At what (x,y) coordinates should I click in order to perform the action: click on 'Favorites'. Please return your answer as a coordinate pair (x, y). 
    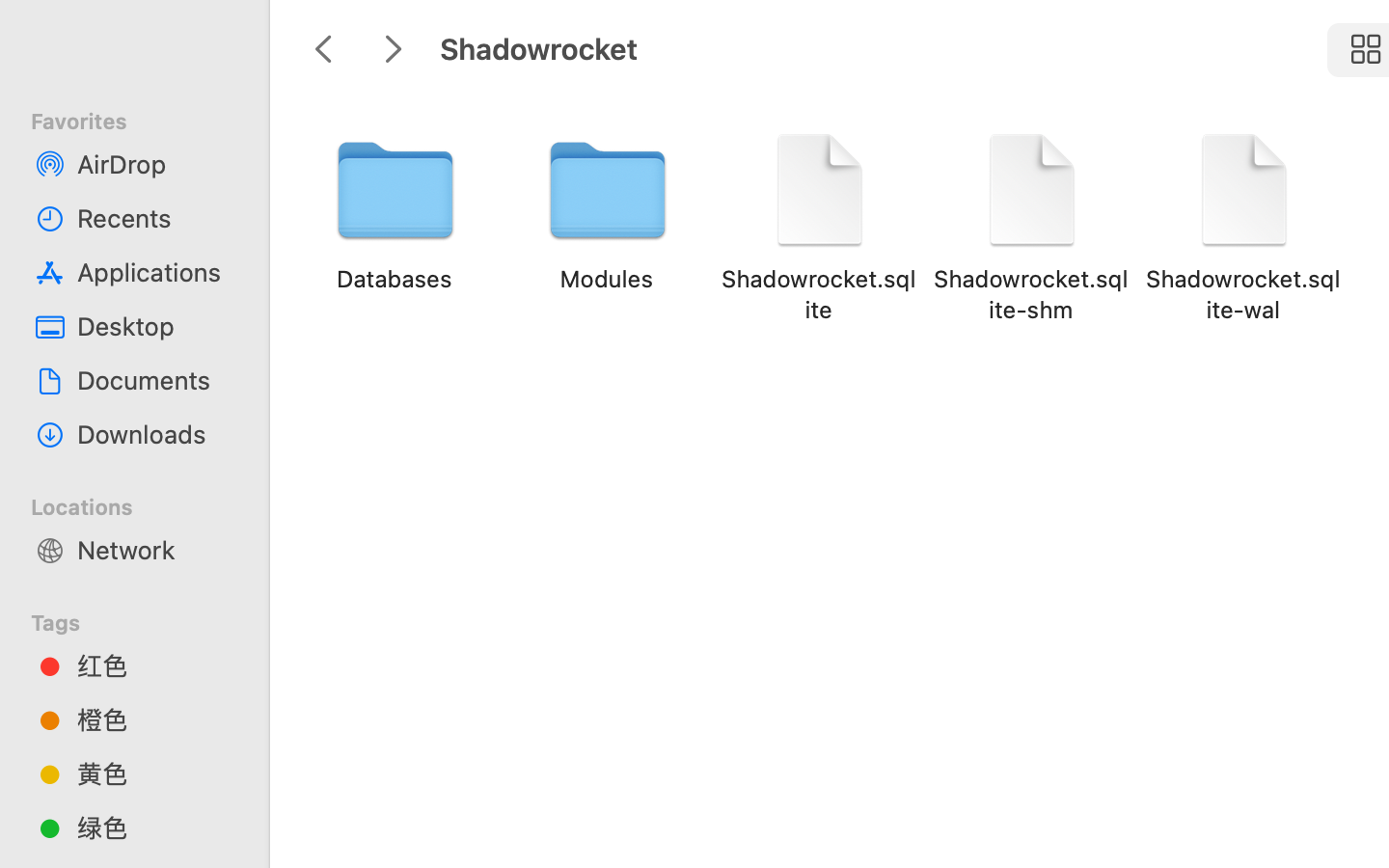
    Looking at the image, I should click on (145, 119).